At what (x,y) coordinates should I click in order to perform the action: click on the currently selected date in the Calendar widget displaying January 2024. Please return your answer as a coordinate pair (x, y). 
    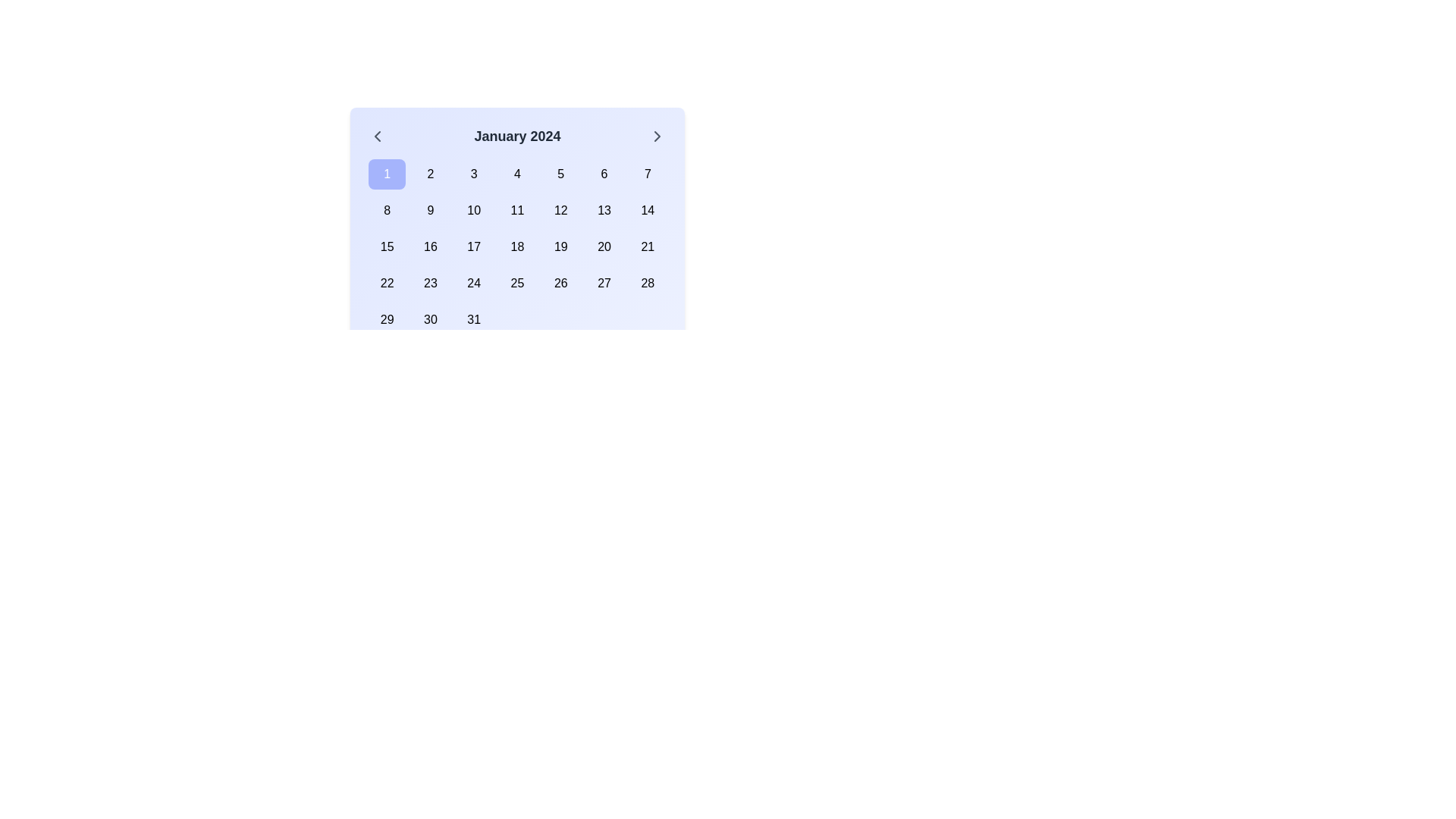
    Looking at the image, I should click on (517, 257).